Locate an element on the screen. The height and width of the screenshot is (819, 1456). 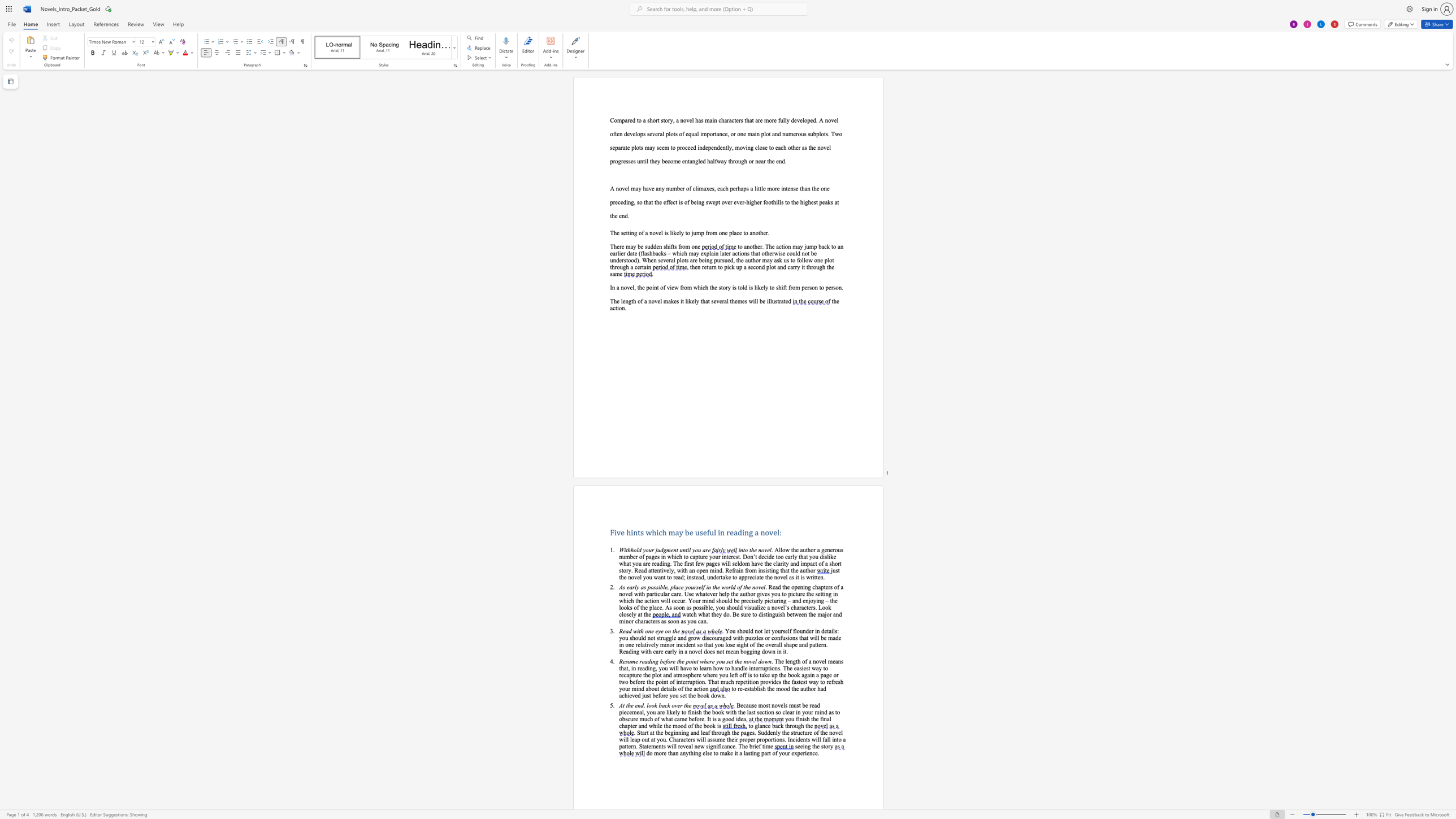
the 3th character "s" in the text is located at coordinates (654, 587).